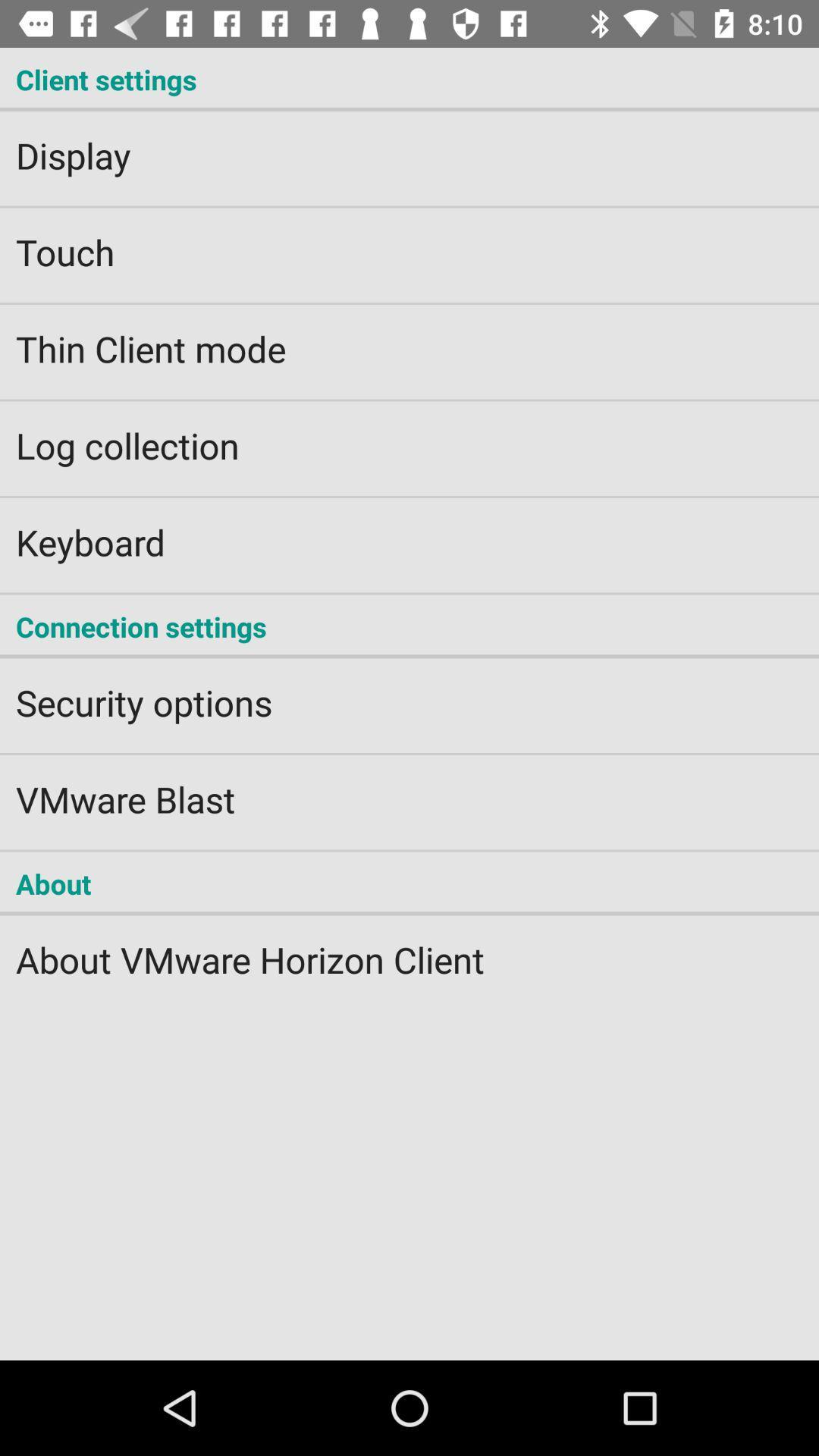 The width and height of the screenshot is (819, 1456). I want to click on the about vmware horizon icon, so click(409, 949).